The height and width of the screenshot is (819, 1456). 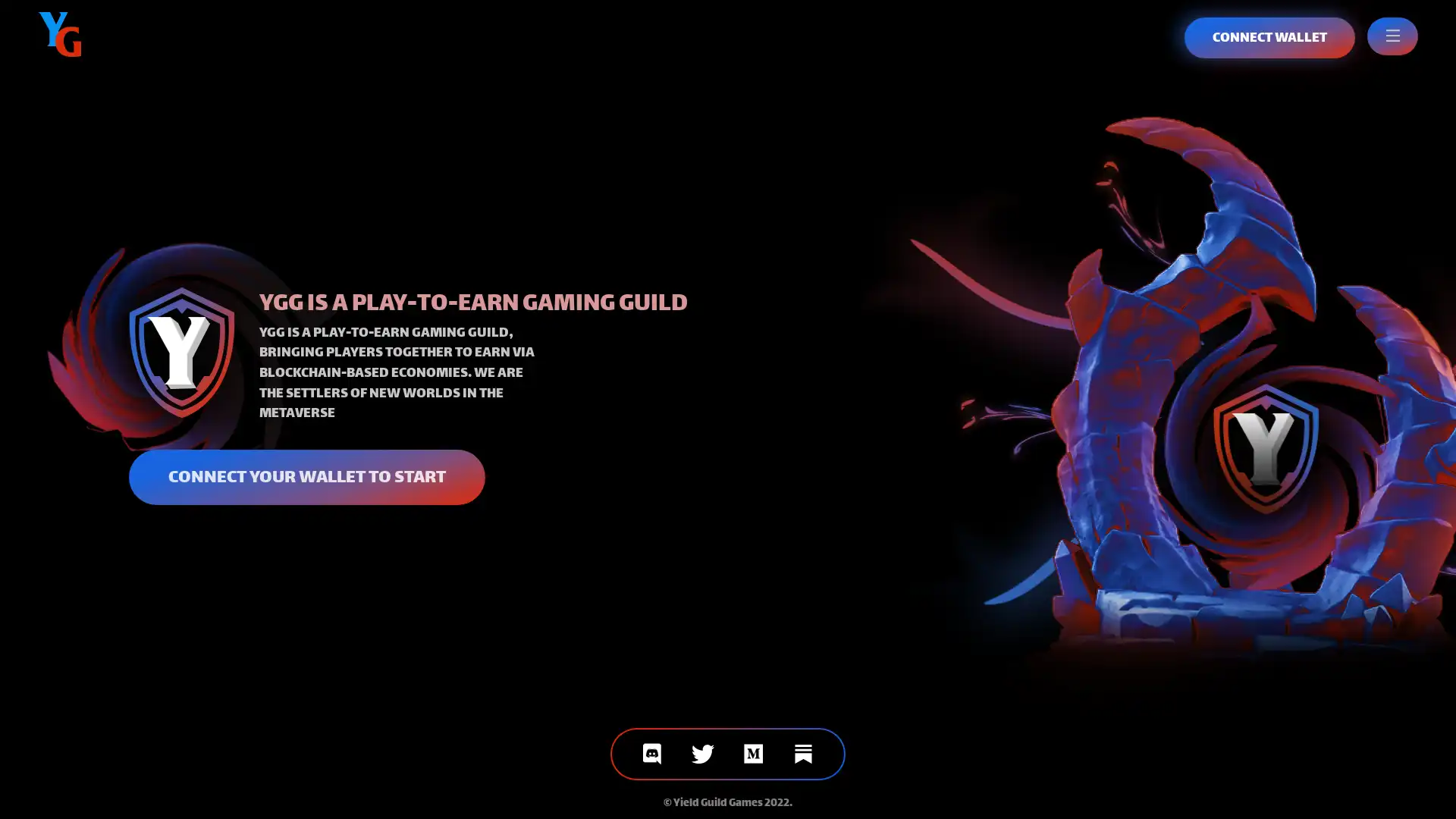 I want to click on CONNECT WALLET, so click(x=1269, y=37).